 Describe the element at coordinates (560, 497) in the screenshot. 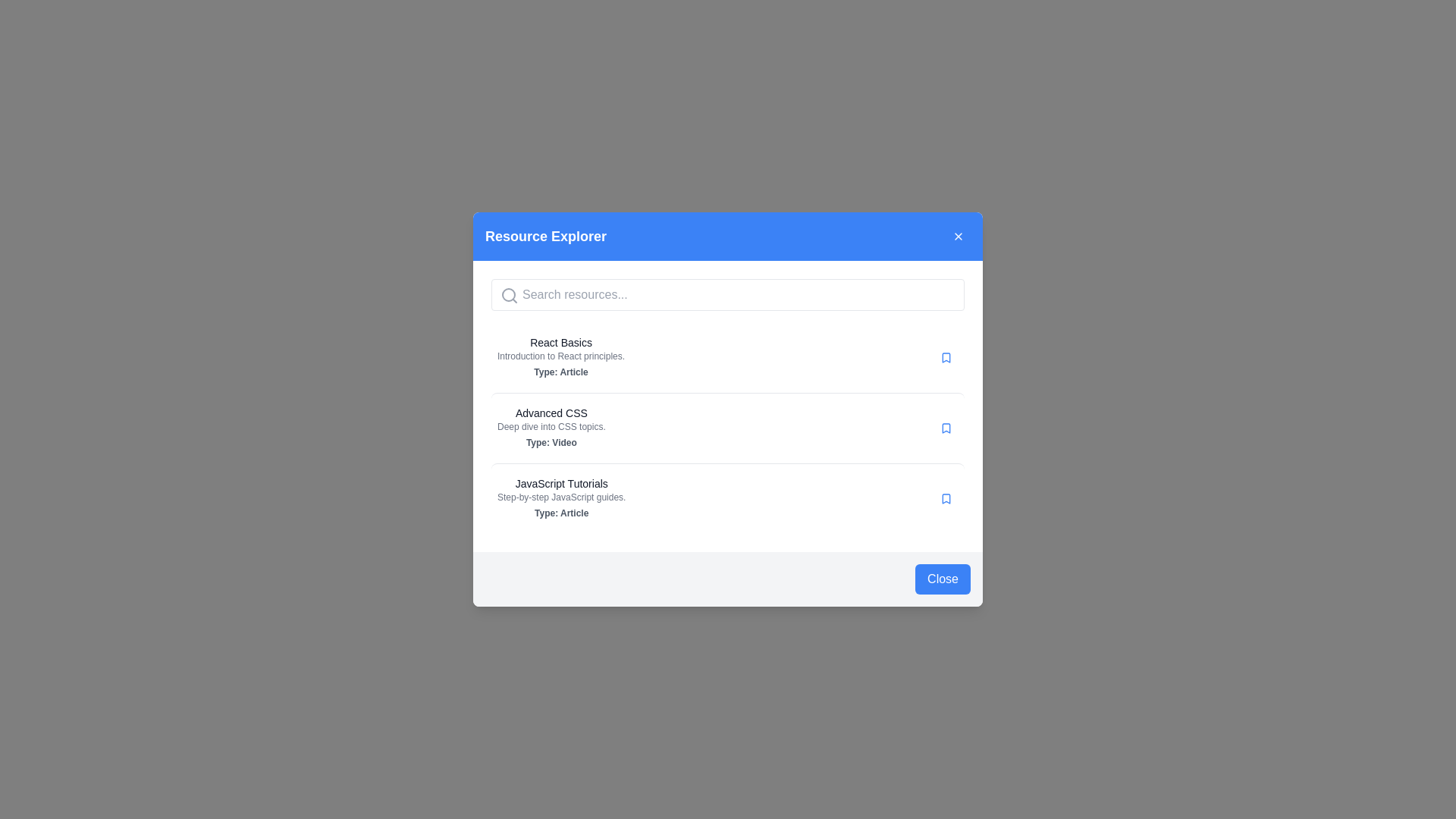

I see `text label that displays 'Step-by-step JavaScript guides.' located directly beneath the title 'JavaScript Tutorials' in the resource panel` at that location.